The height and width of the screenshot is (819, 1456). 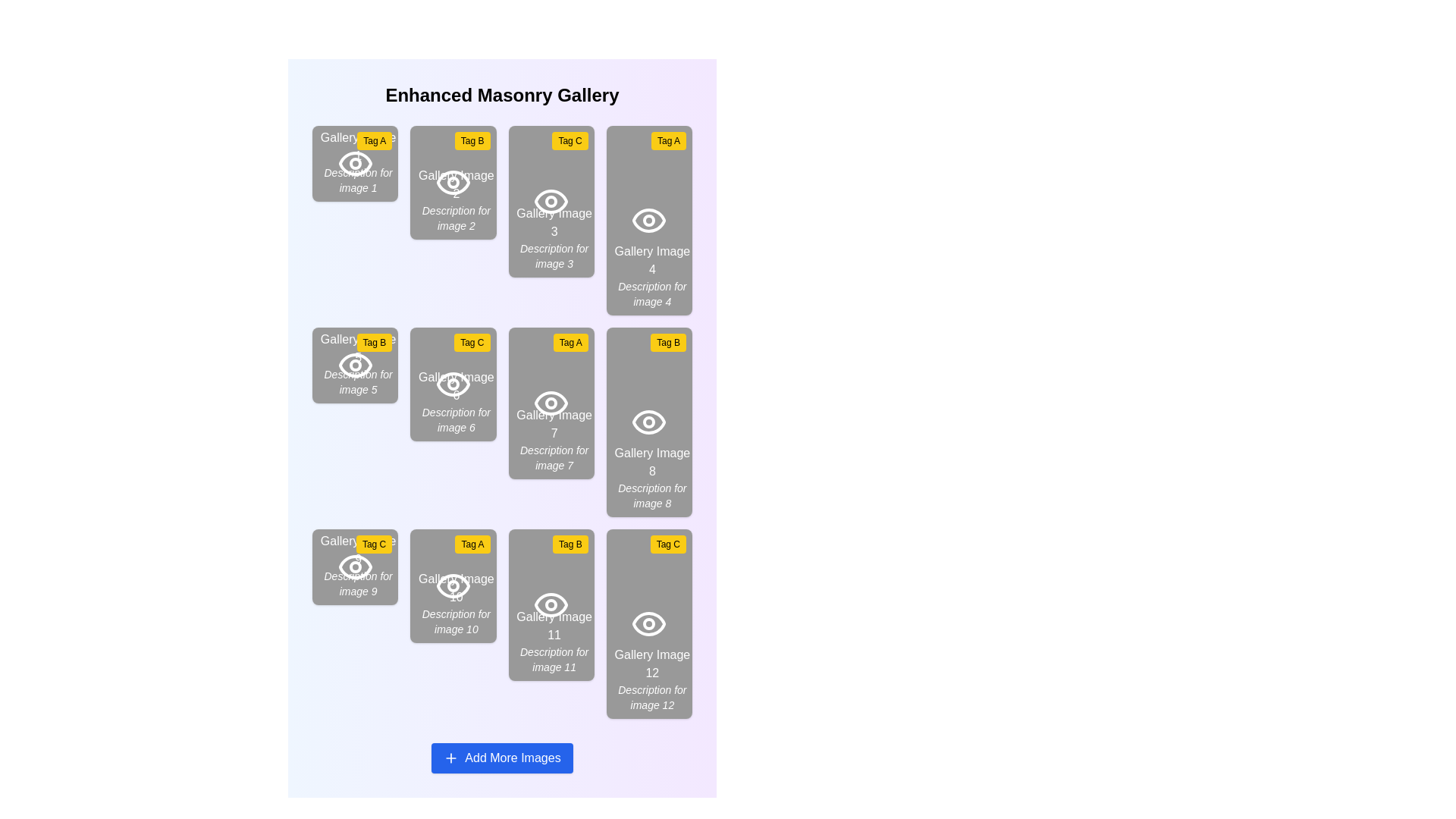 What do you see at coordinates (455, 385) in the screenshot?
I see `the static text label that serves as the title for the sixth card in the gallery layout` at bounding box center [455, 385].